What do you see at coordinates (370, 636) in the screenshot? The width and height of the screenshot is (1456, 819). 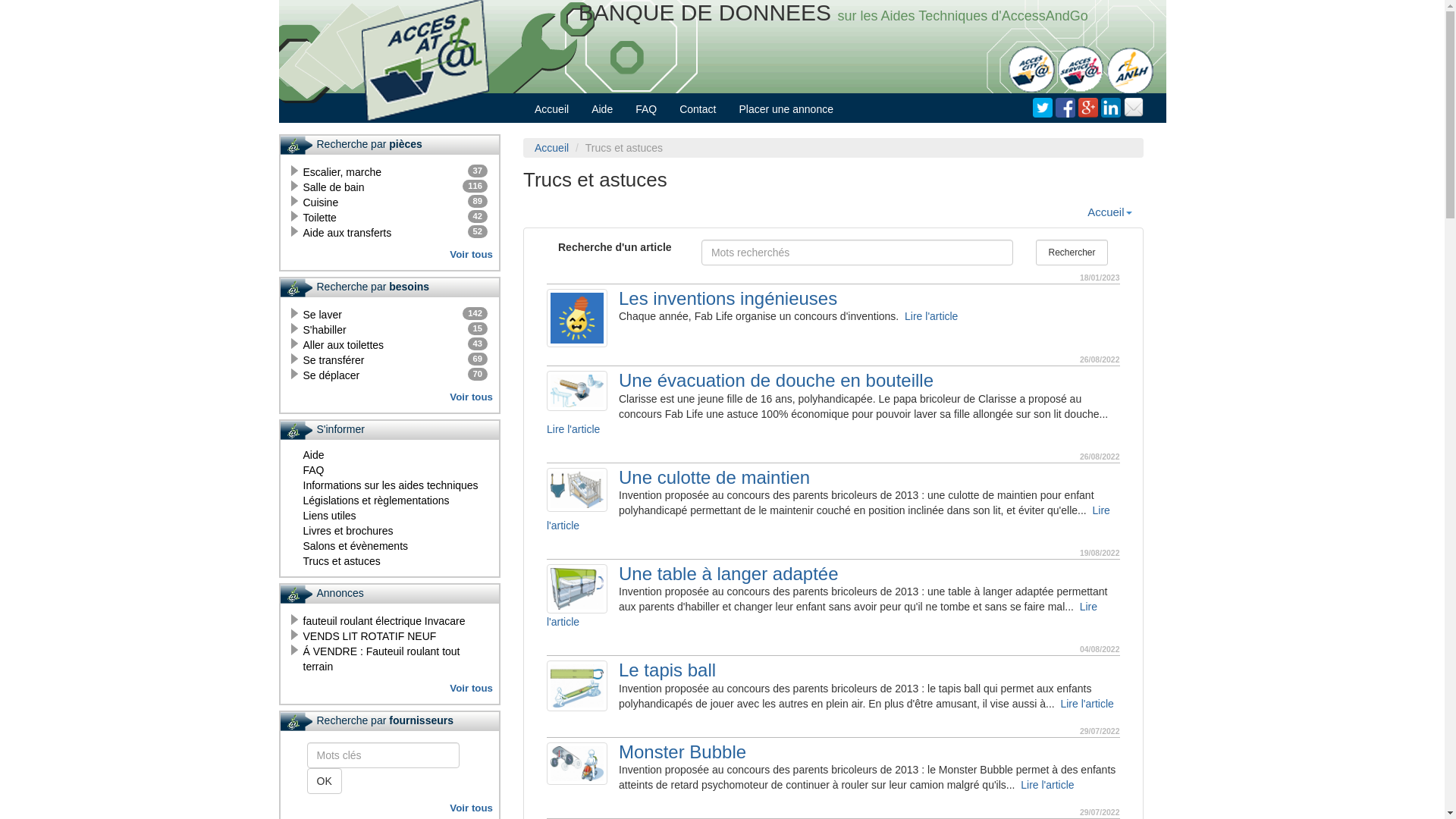 I see `'VENDS LIT ROTATIF NEUF'` at bounding box center [370, 636].